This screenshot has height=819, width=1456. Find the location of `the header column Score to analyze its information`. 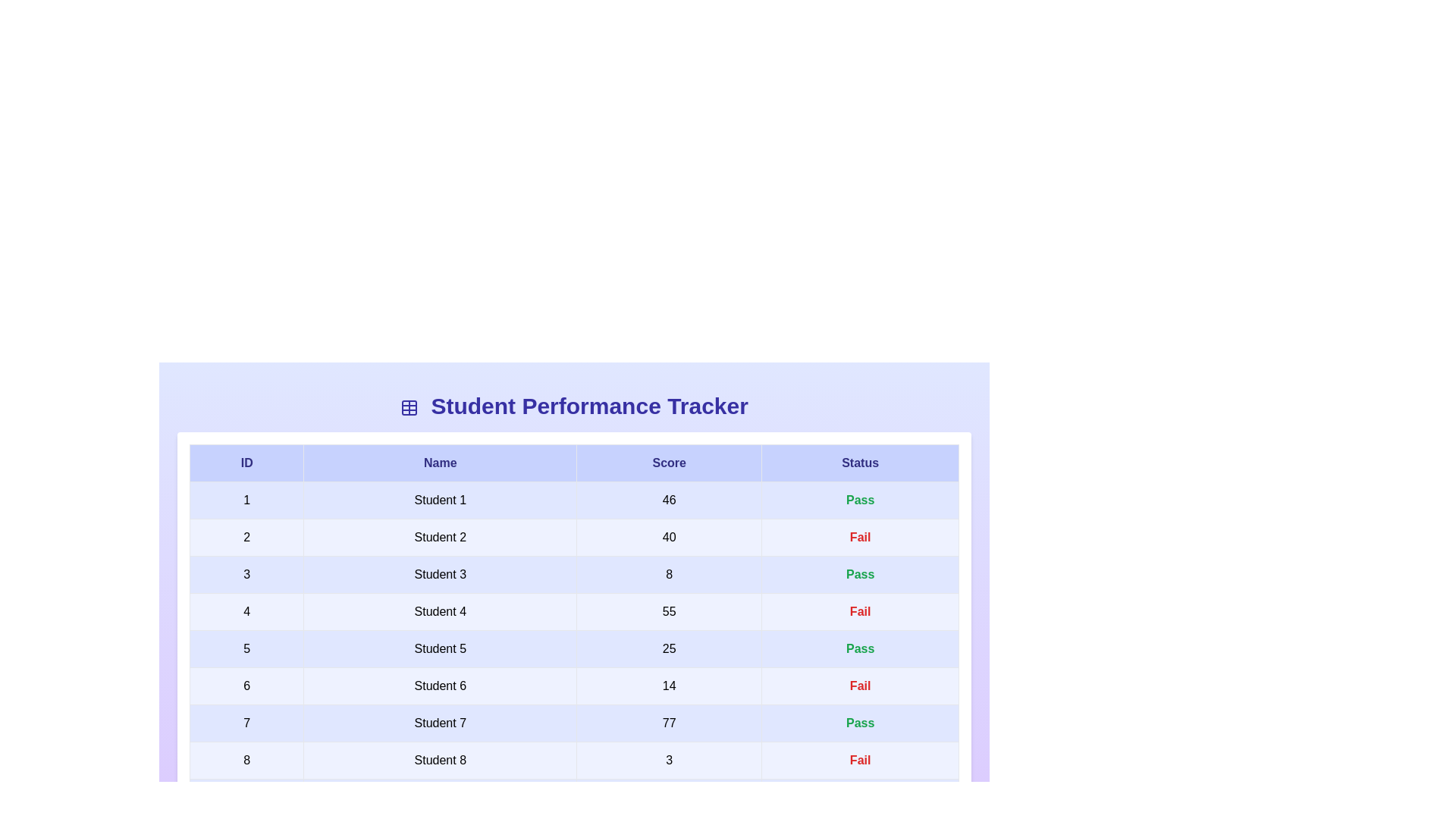

the header column Score to analyze its information is located at coordinates (668, 462).